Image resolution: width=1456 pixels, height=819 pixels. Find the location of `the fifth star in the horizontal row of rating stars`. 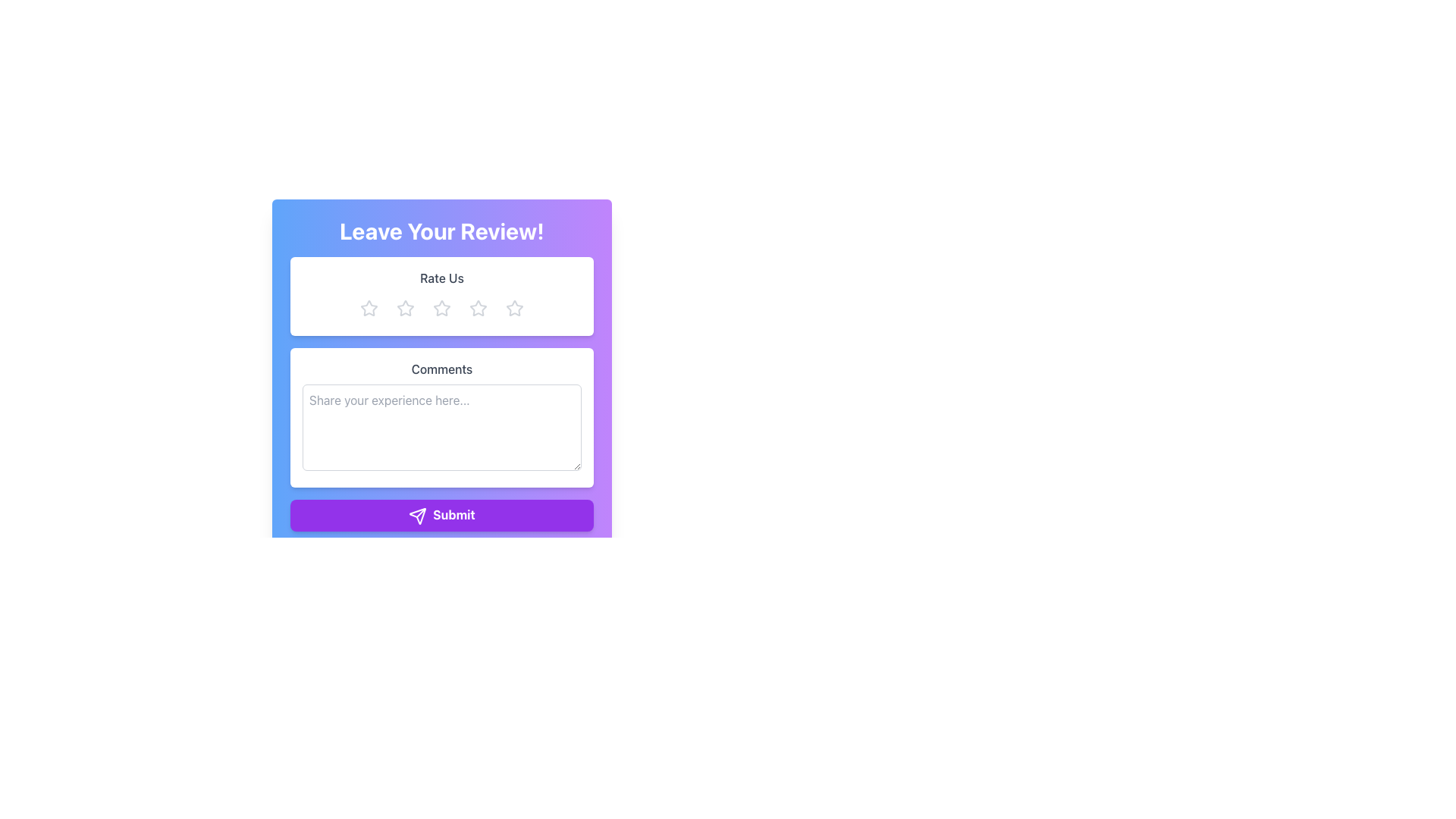

the fifth star in the horizontal row of rating stars is located at coordinates (514, 308).